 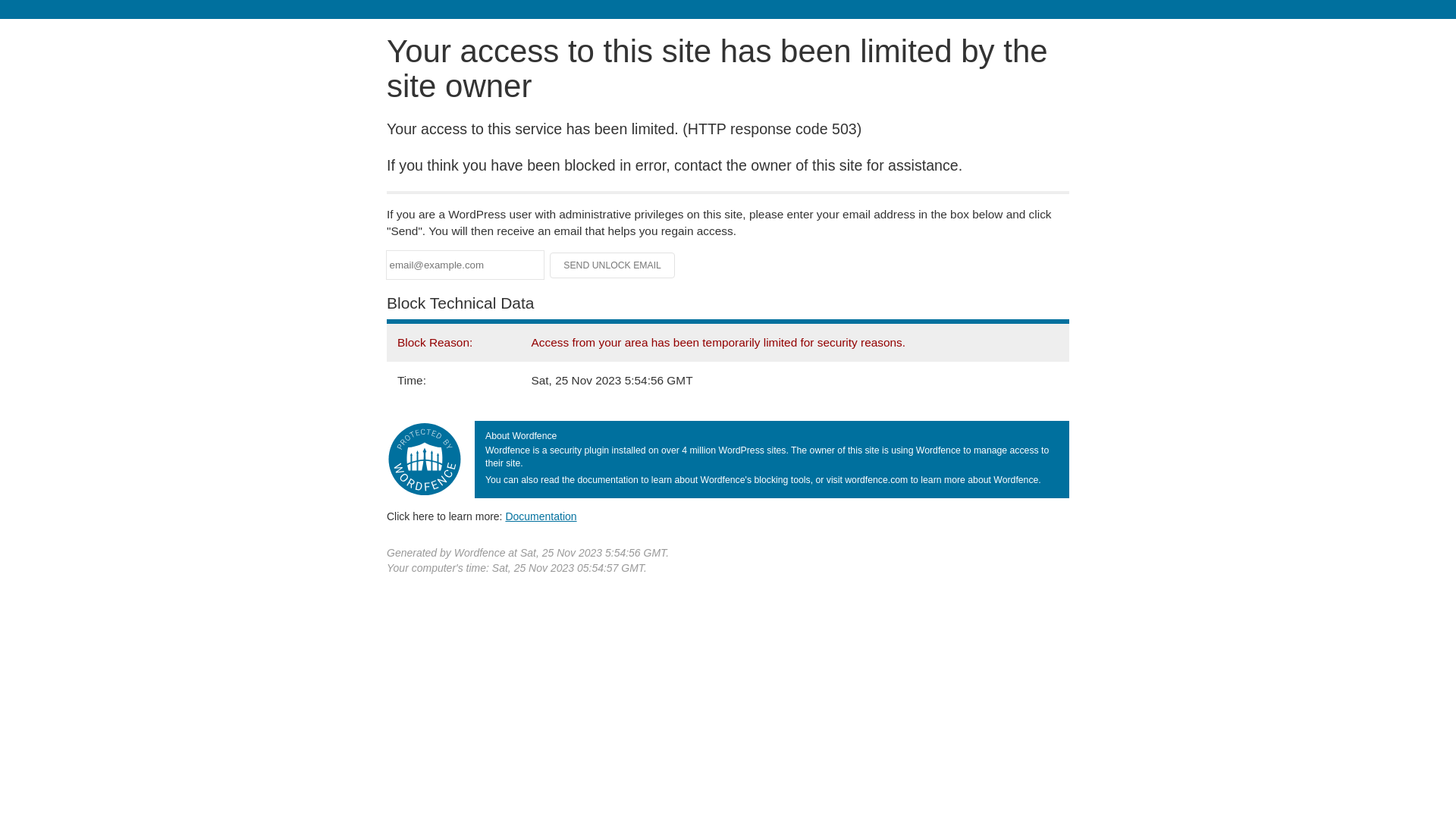 I want to click on 'Documentation', so click(x=541, y=516).